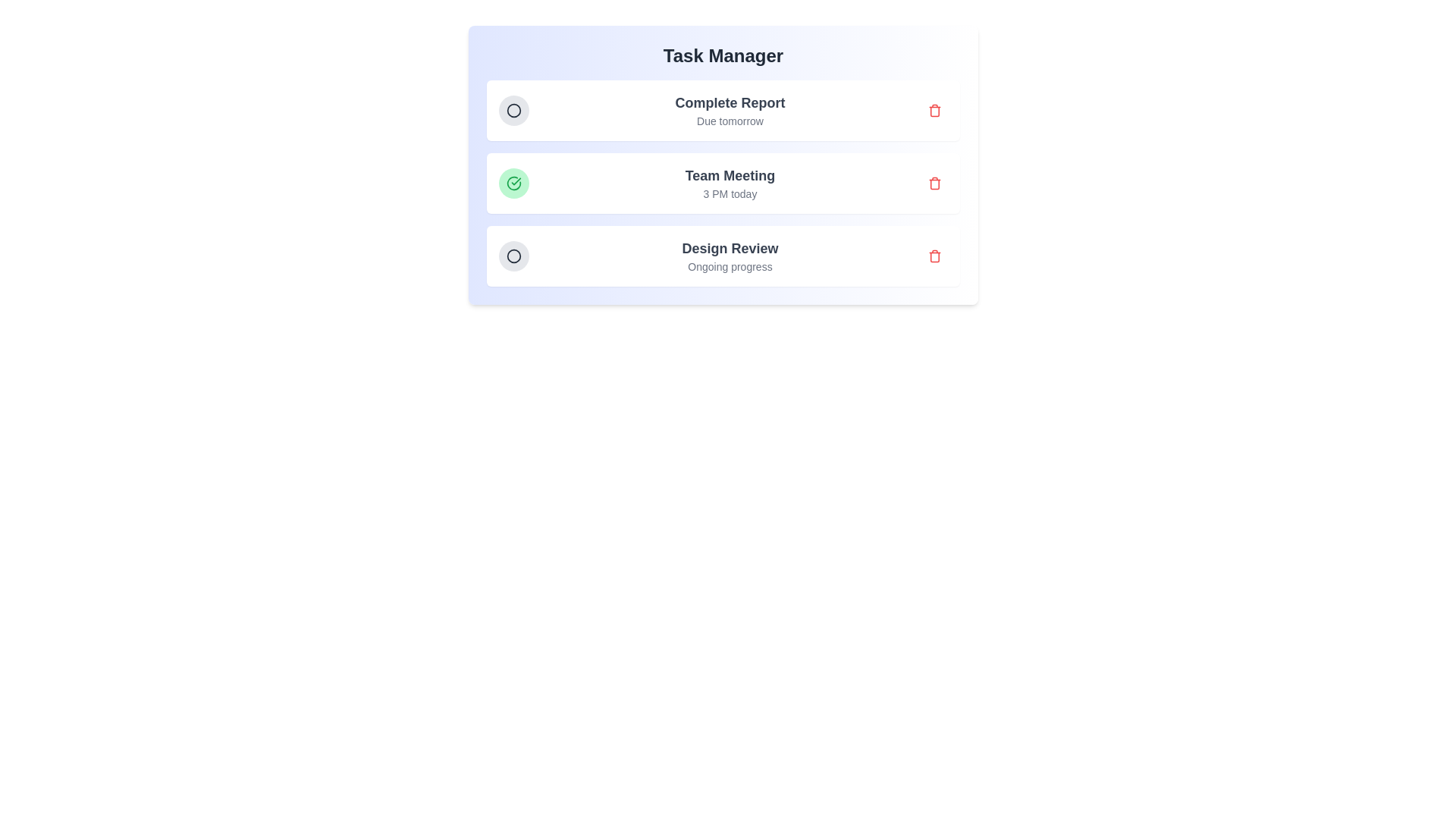  Describe the element at coordinates (513, 256) in the screenshot. I see `the SVG circle component located within the task list interface to change its state` at that location.